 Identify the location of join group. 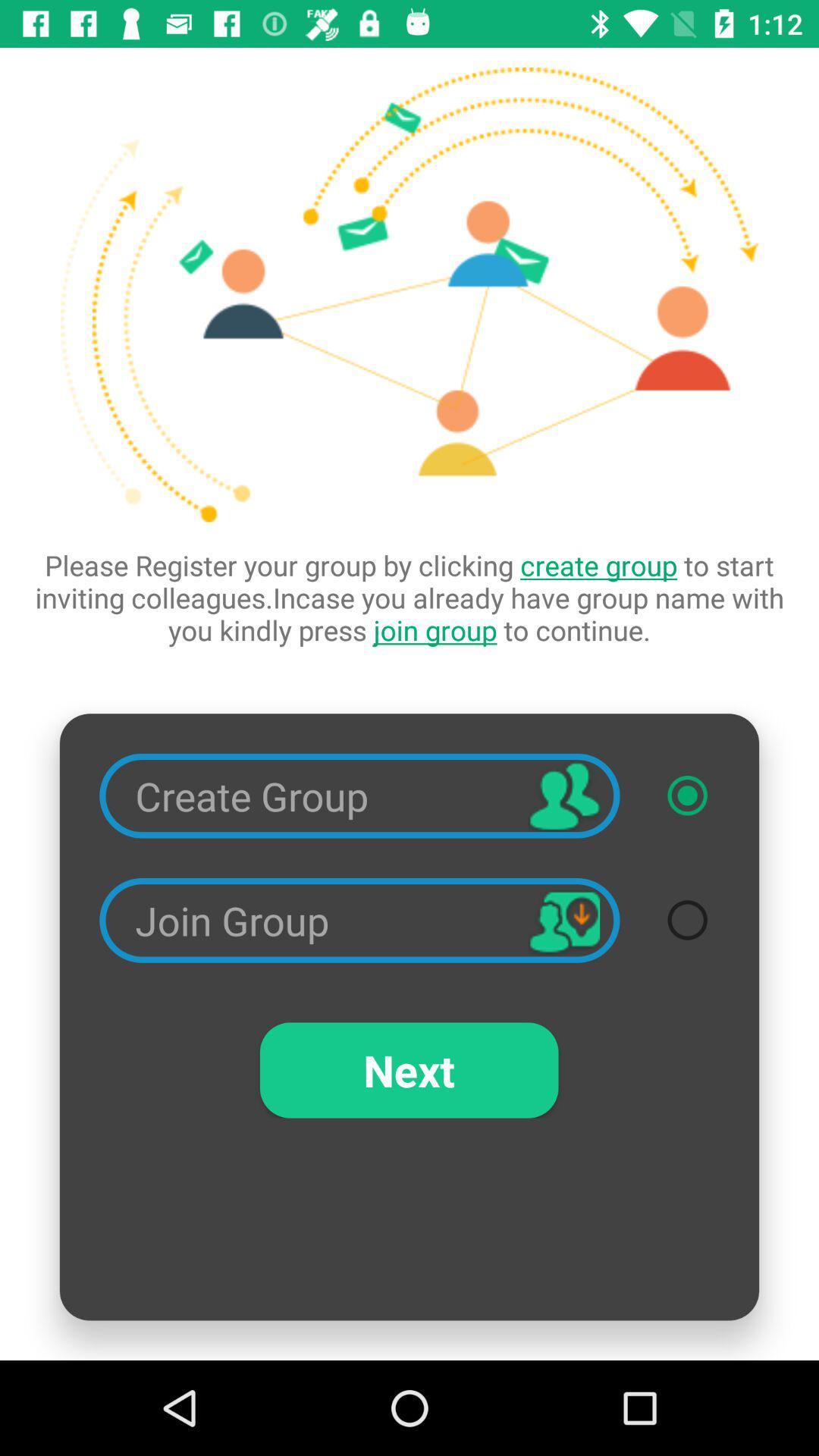
(687, 919).